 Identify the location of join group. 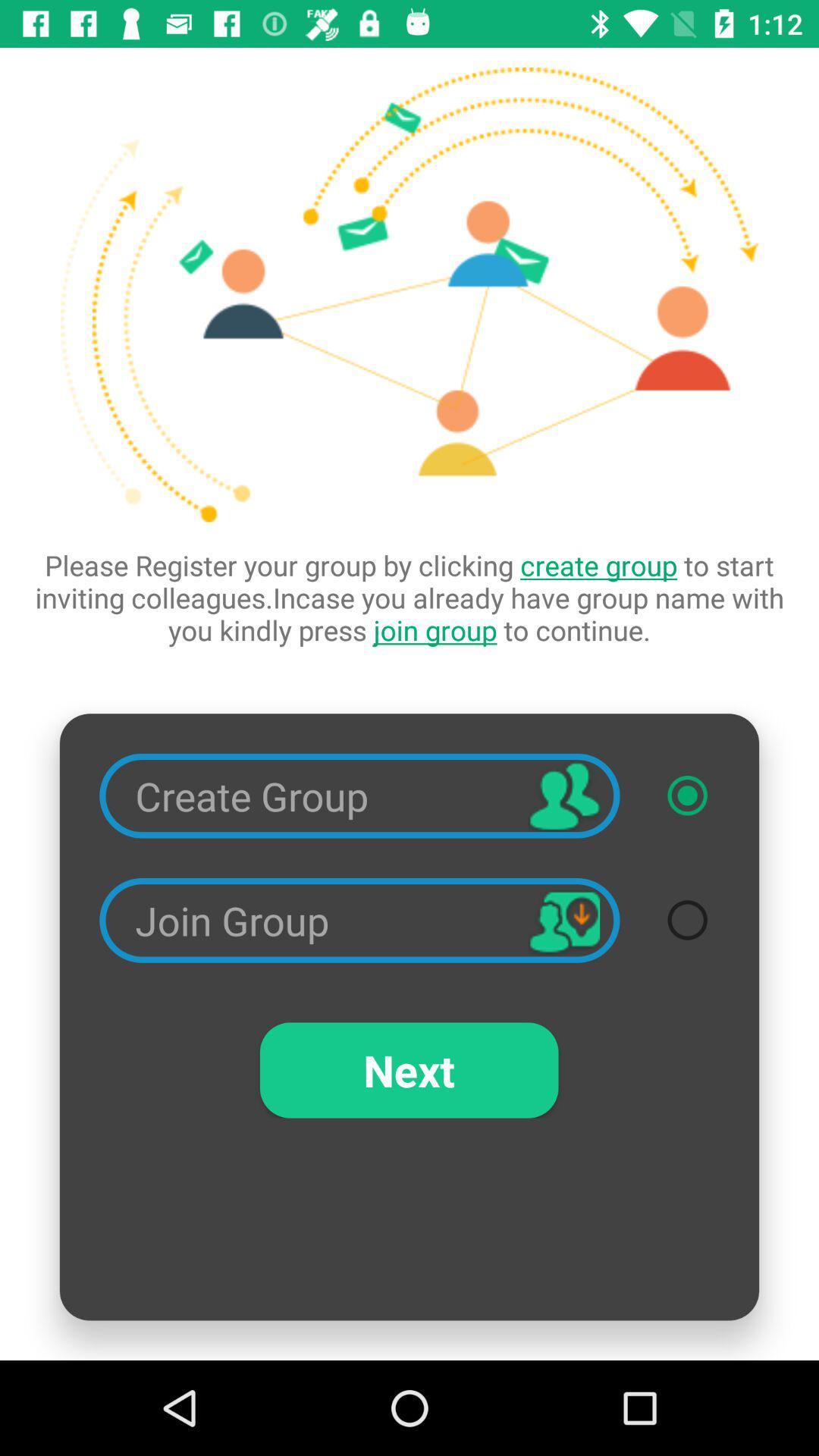
(687, 919).